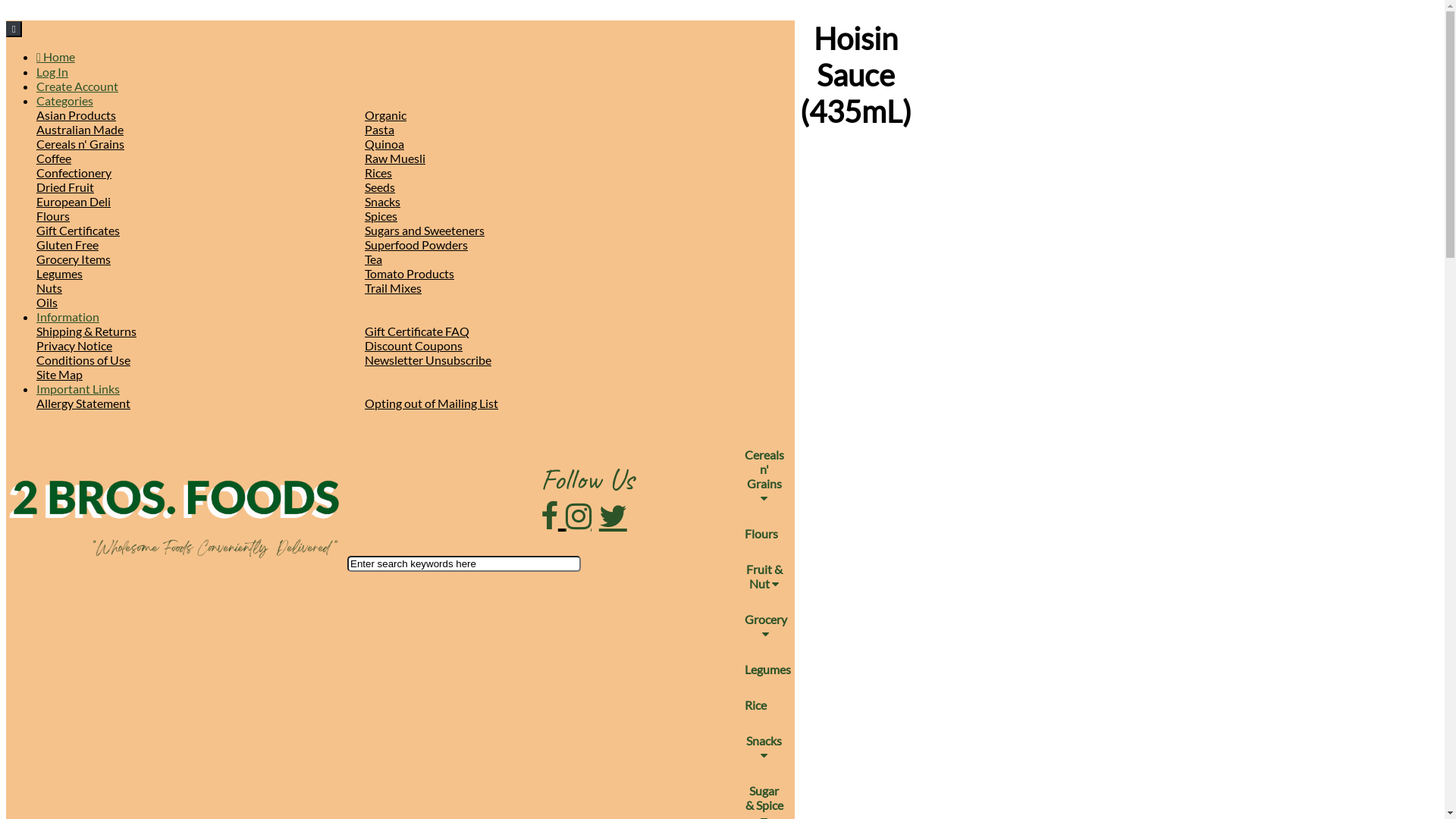  What do you see at coordinates (734, 626) in the screenshot?
I see `'Grocery'` at bounding box center [734, 626].